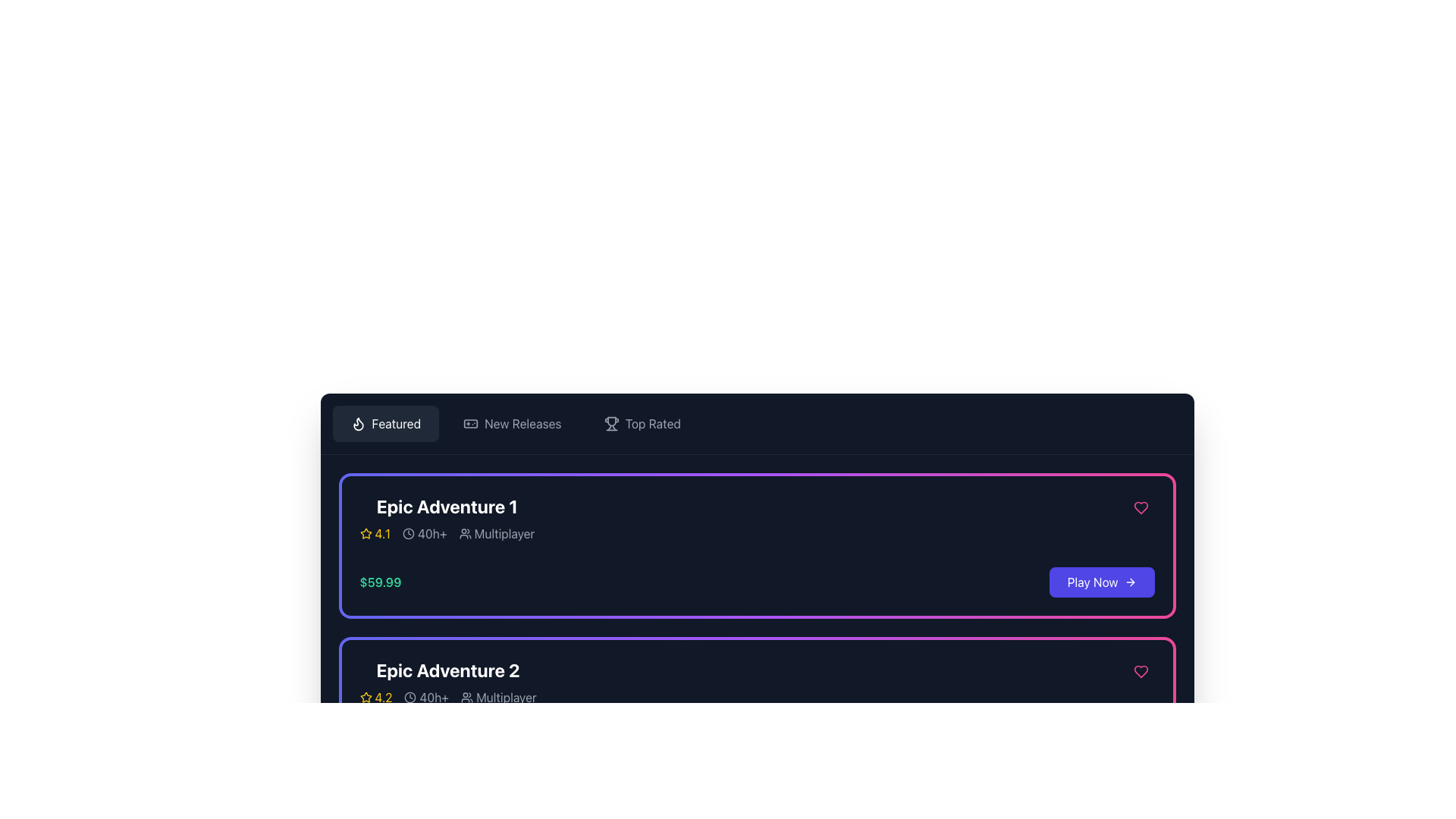 The height and width of the screenshot is (819, 1456). What do you see at coordinates (642, 424) in the screenshot?
I see `the 'Top Rated' interactive button in the navigation bar to make it active` at bounding box center [642, 424].